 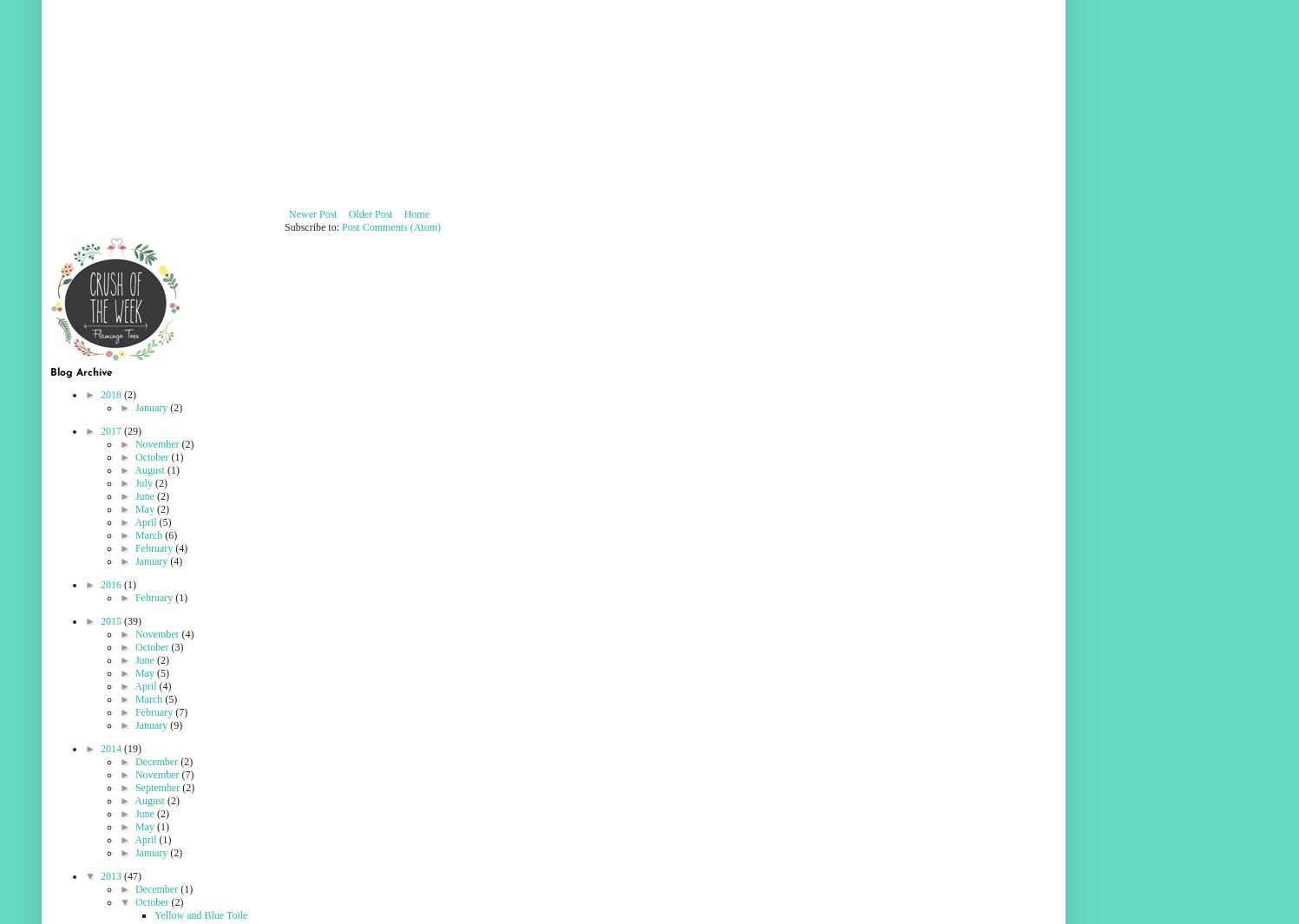 What do you see at coordinates (110, 748) in the screenshot?
I see `'2014'` at bounding box center [110, 748].